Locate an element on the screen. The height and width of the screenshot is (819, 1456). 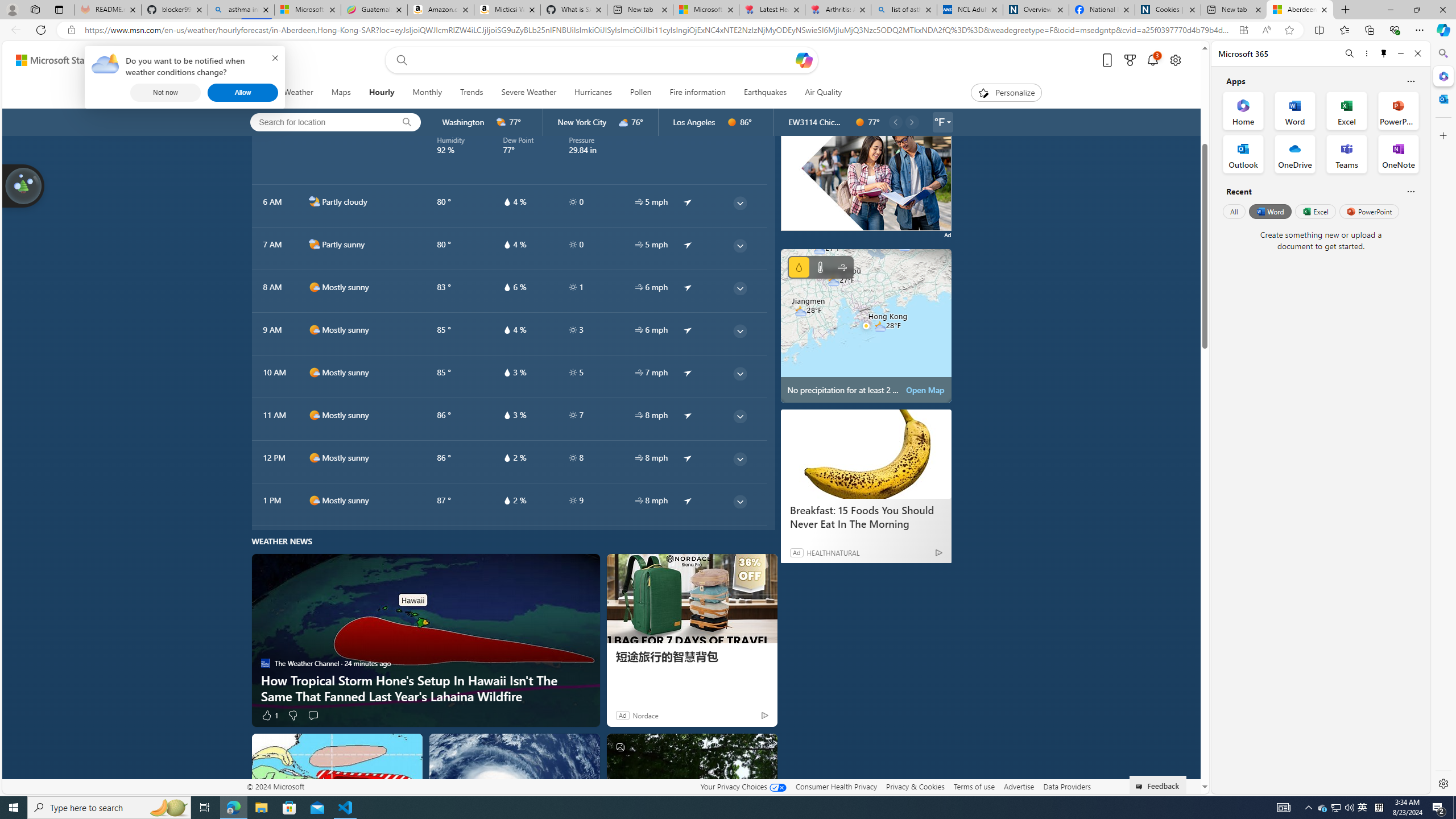
'Join us in planting real trees to help our planet!' is located at coordinates (23, 185).